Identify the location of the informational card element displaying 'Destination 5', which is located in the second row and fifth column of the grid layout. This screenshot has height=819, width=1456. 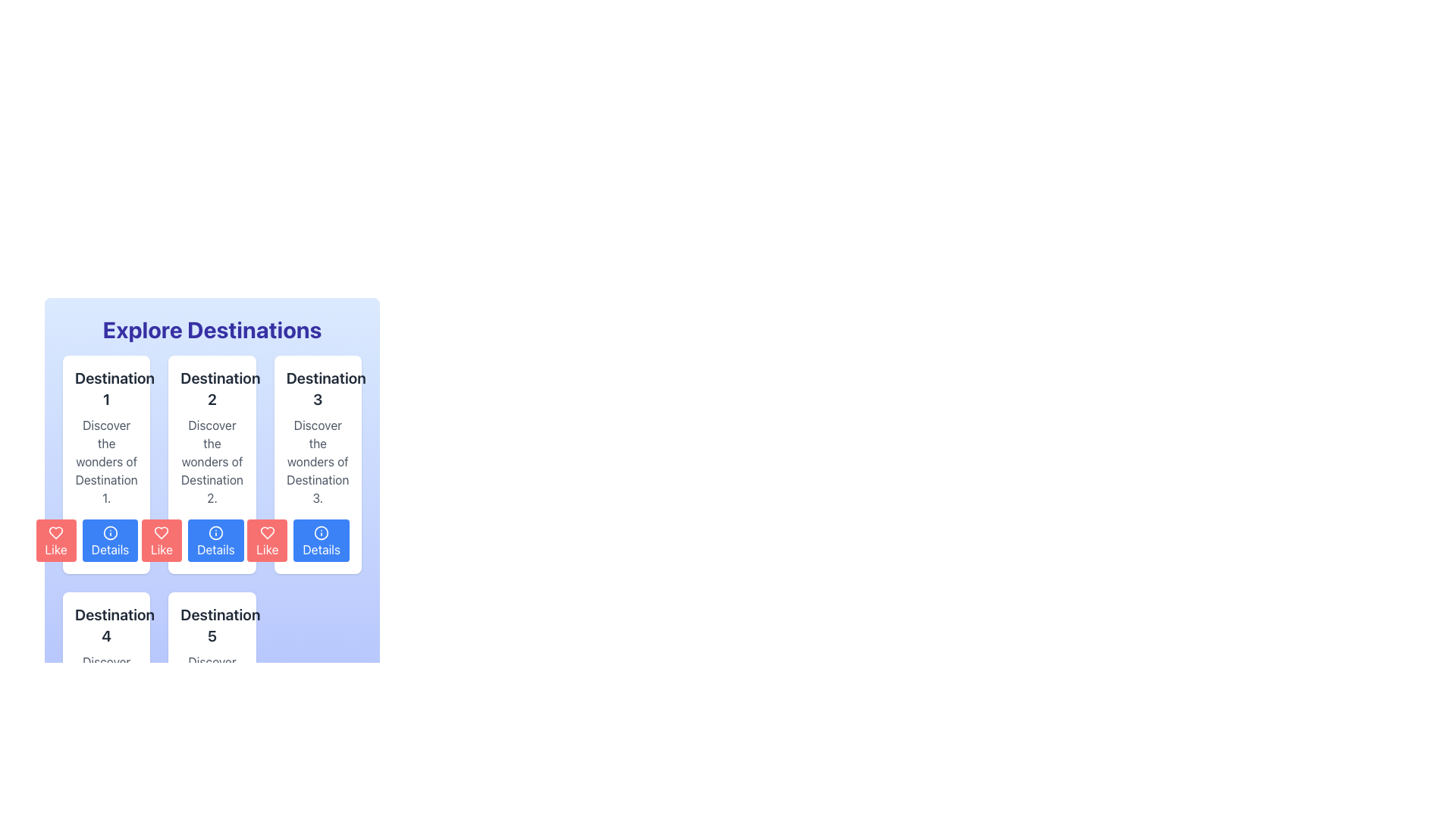
(211, 701).